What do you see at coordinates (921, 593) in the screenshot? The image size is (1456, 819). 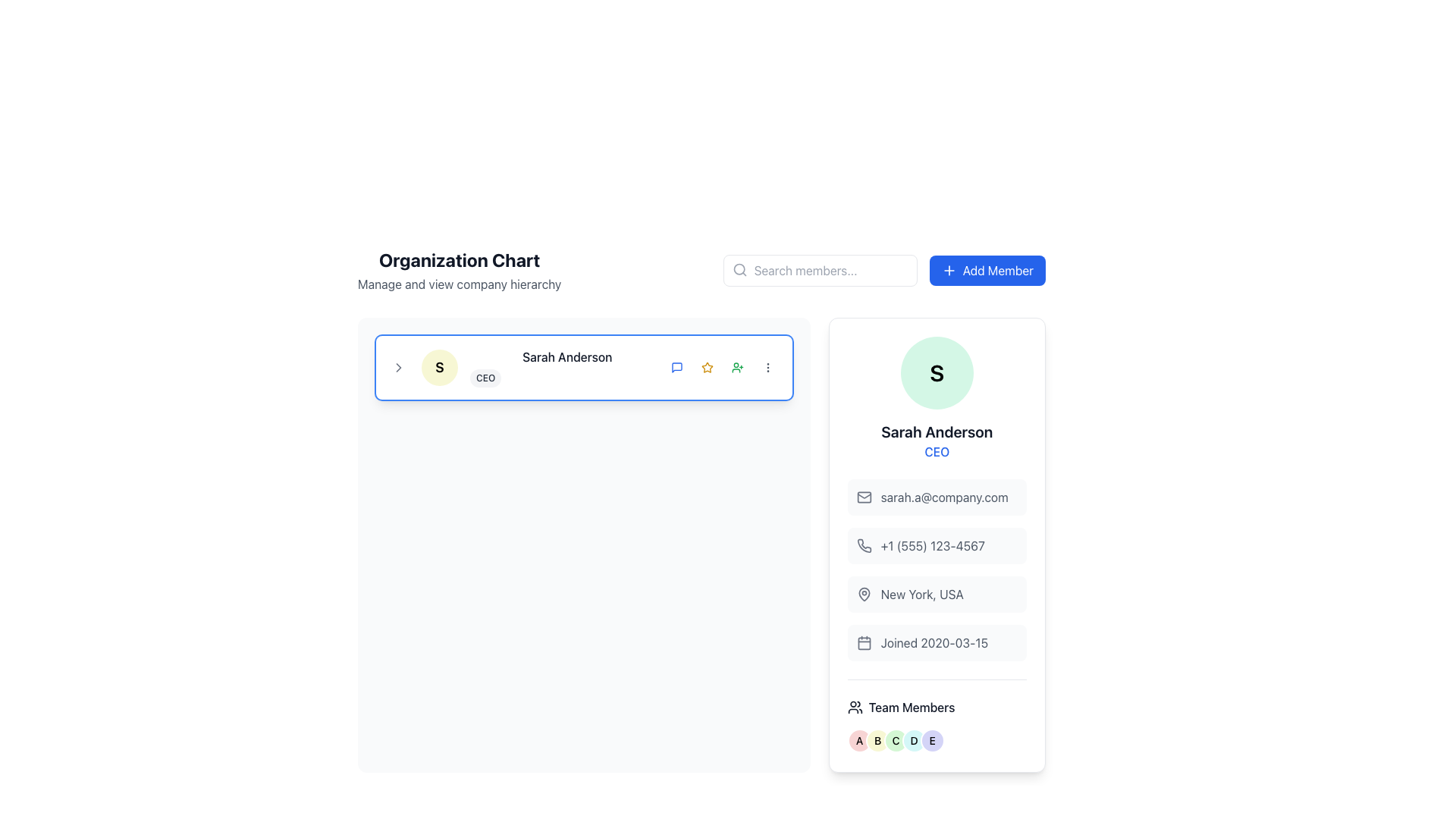 I see `the Text label indicating the user's location, which displays 'New York, USA', located within the personal details card on the right side of the layout, near the bottom section, below a pin icon and above the 'Joined 2020-03-15' date field` at bounding box center [921, 593].